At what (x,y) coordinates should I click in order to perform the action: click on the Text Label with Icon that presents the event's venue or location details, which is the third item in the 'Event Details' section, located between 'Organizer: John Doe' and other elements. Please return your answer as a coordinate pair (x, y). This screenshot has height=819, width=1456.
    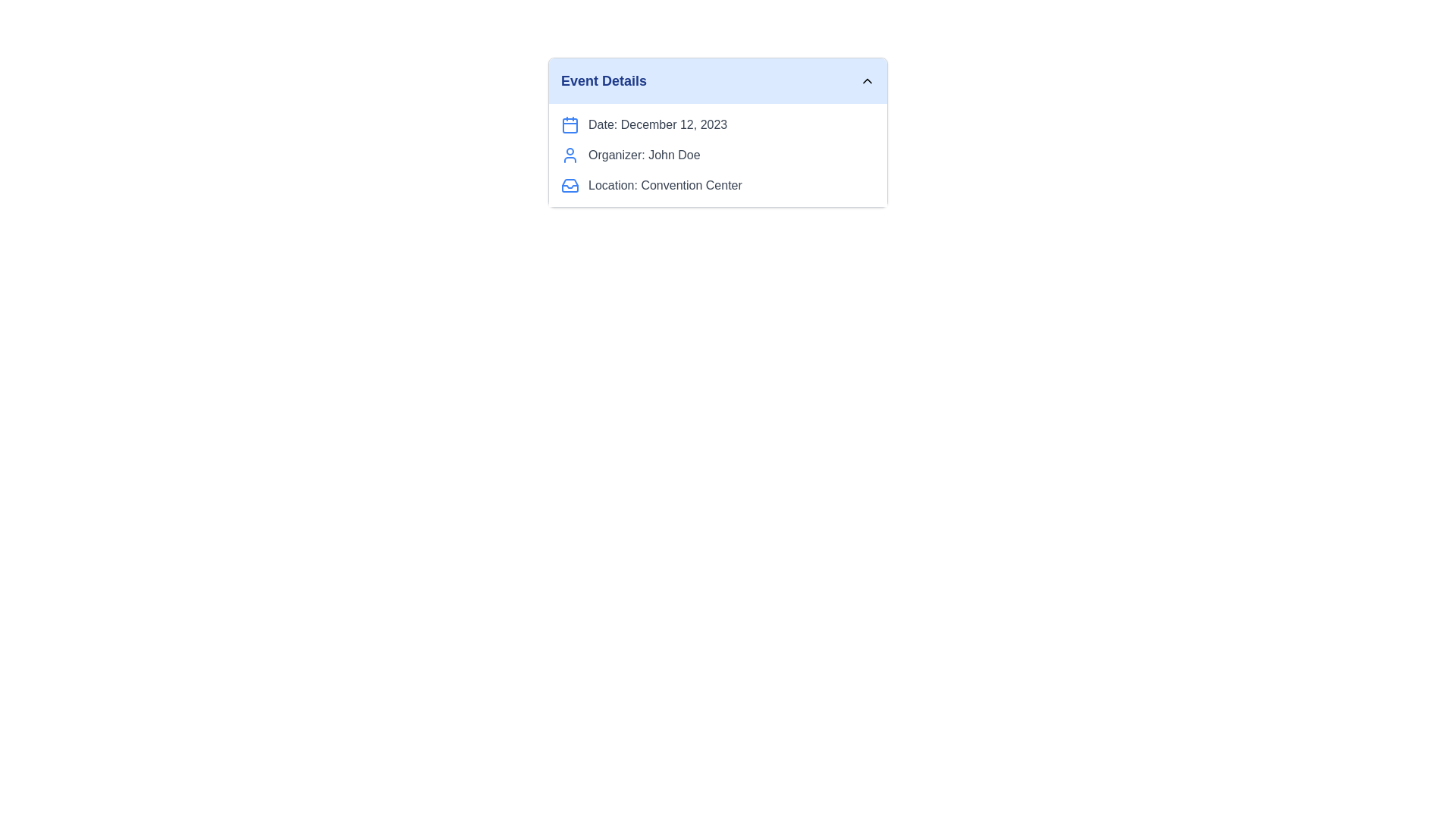
    Looking at the image, I should click on (717, 185).